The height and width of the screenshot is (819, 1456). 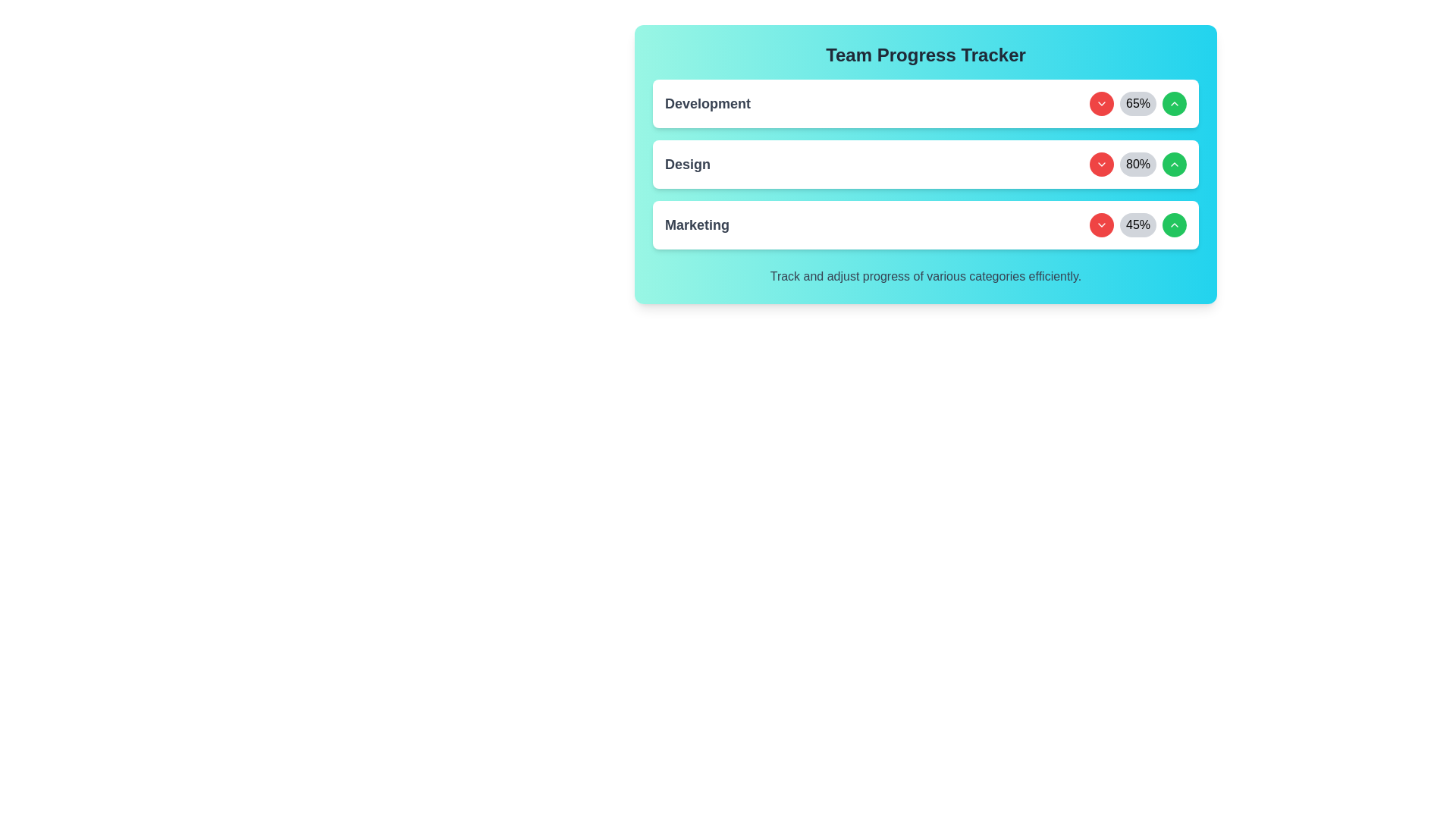 I want to click on the downward chevron-shaped icon with a red background located in the first row of the progress tracker for 'Development', so click(x=1102, y=103).